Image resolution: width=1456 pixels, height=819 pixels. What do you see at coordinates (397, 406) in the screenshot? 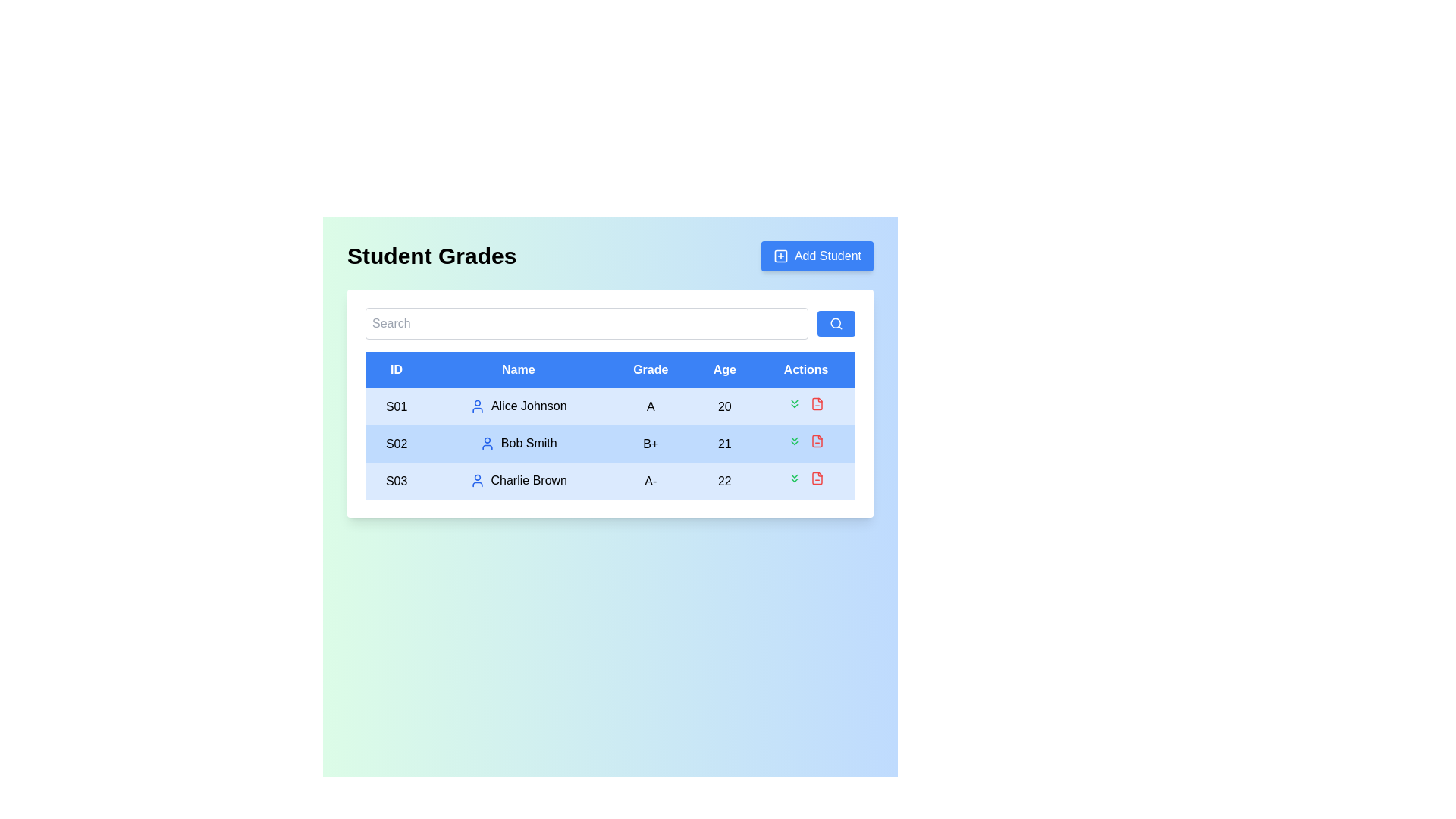
I see `the text label that represents the ID for the user 'Alice Johnson' in the table's 'ID' column` at bounding box center [397, 406].